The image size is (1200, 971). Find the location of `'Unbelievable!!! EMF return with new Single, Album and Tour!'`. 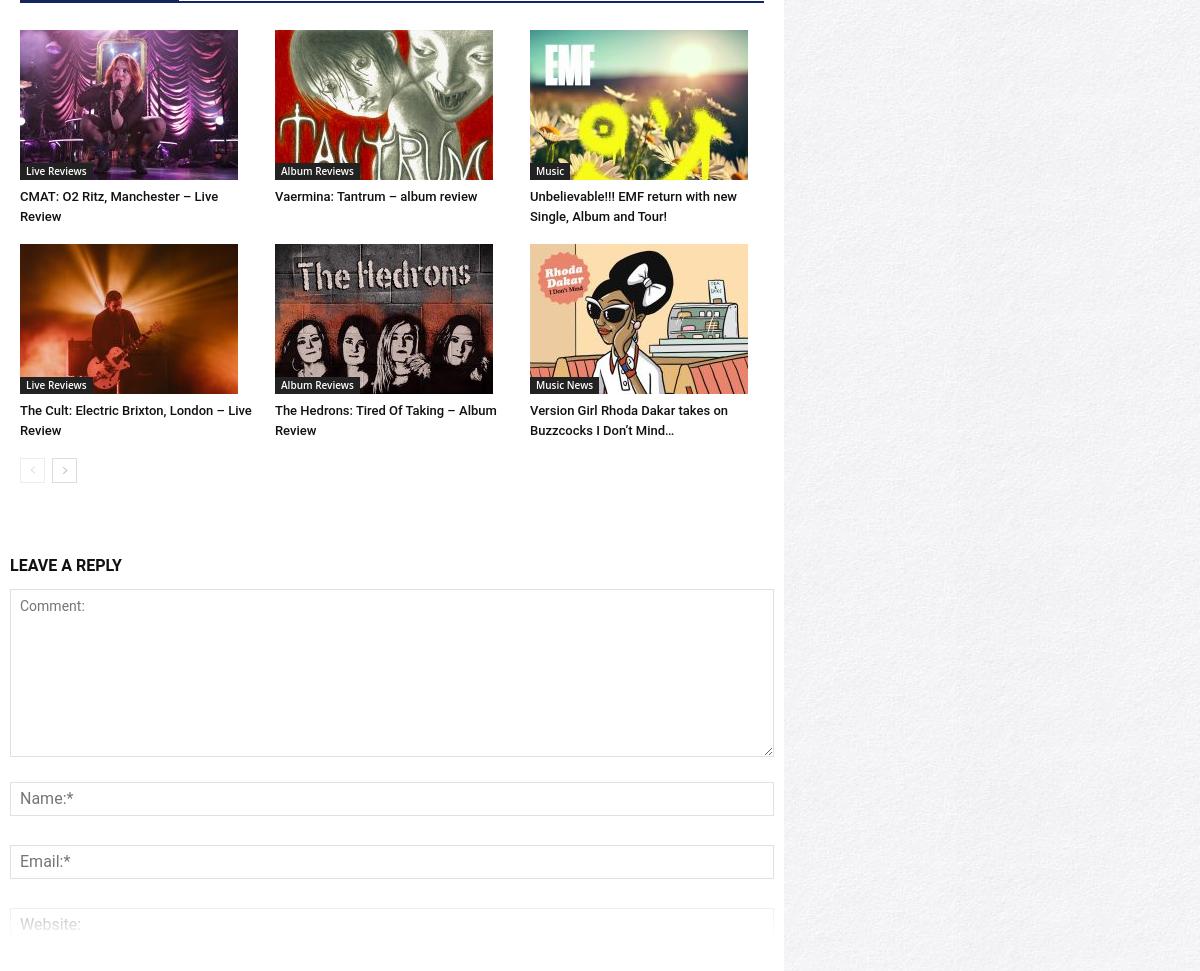

'Unbelievable!!! EMF return with new Single, Album and Tour!' is located at coordinates (633, 274).